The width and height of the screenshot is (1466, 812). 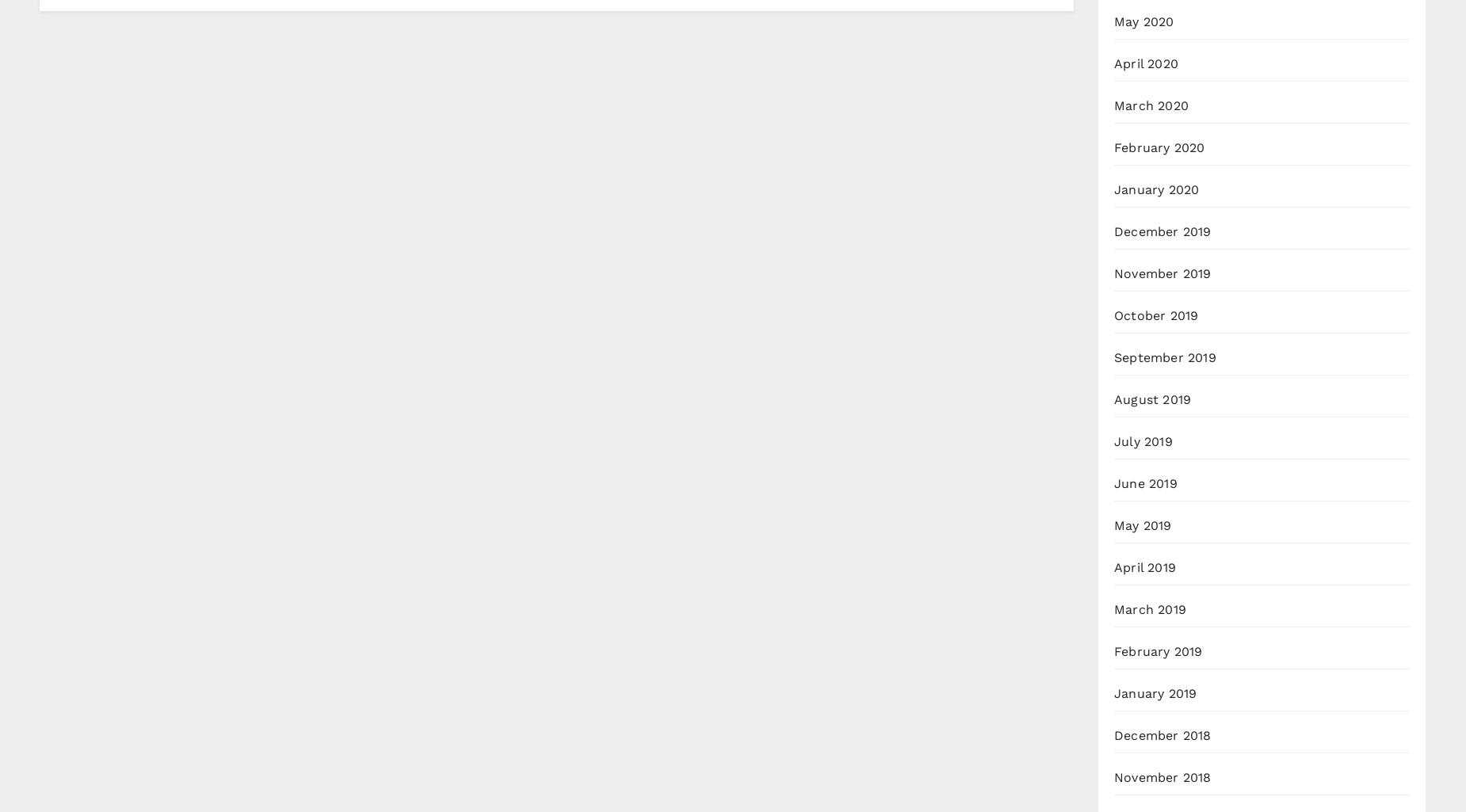 What do you see at coordinates (1114, 231) in the screenshot?
I see `'December 2019'` at bounding box center [1114, 231].